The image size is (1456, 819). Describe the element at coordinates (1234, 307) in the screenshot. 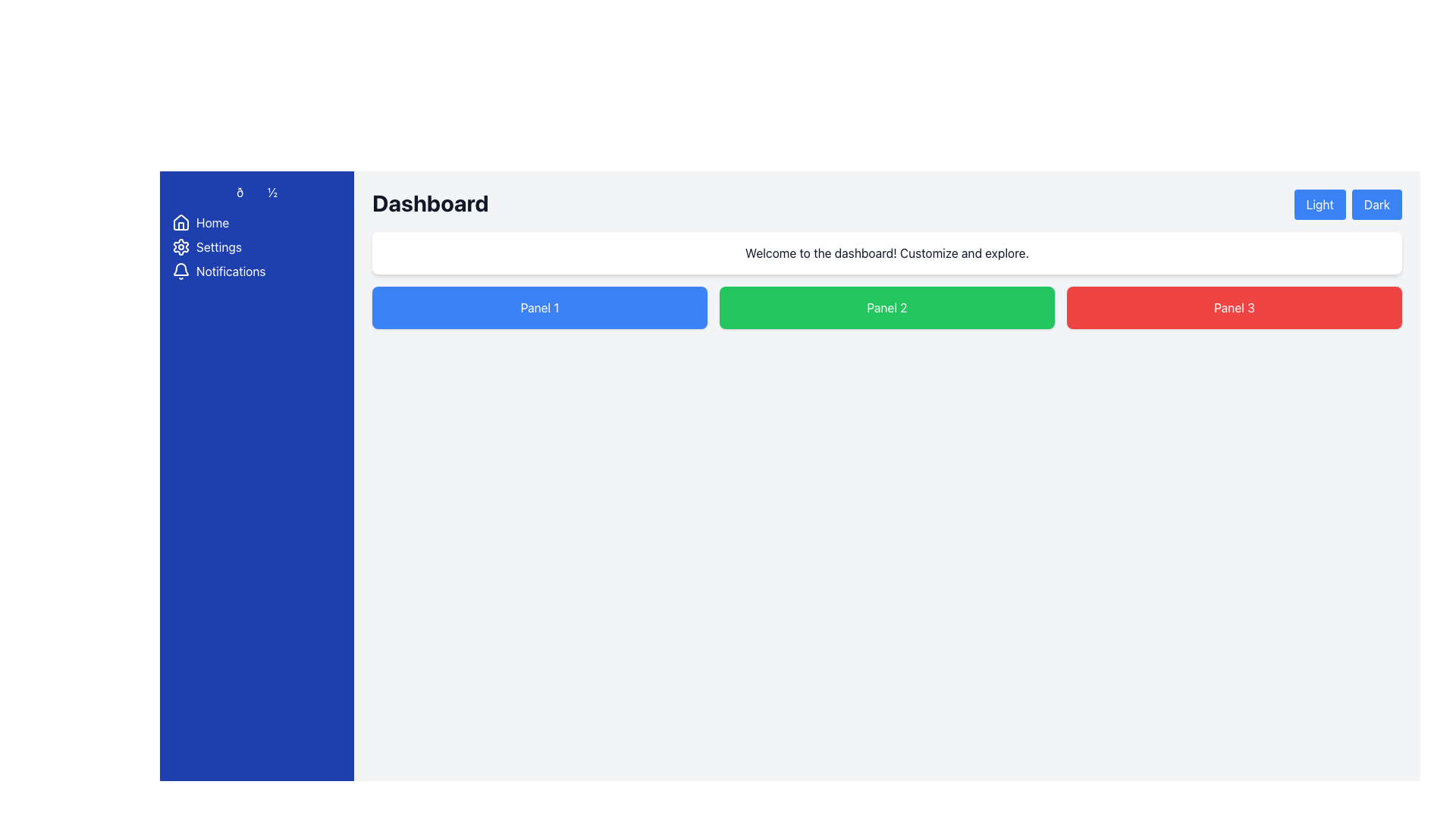

I see `the rectangular panel with a red background and white text reading 'Panel 3' to interact with it` at that location.